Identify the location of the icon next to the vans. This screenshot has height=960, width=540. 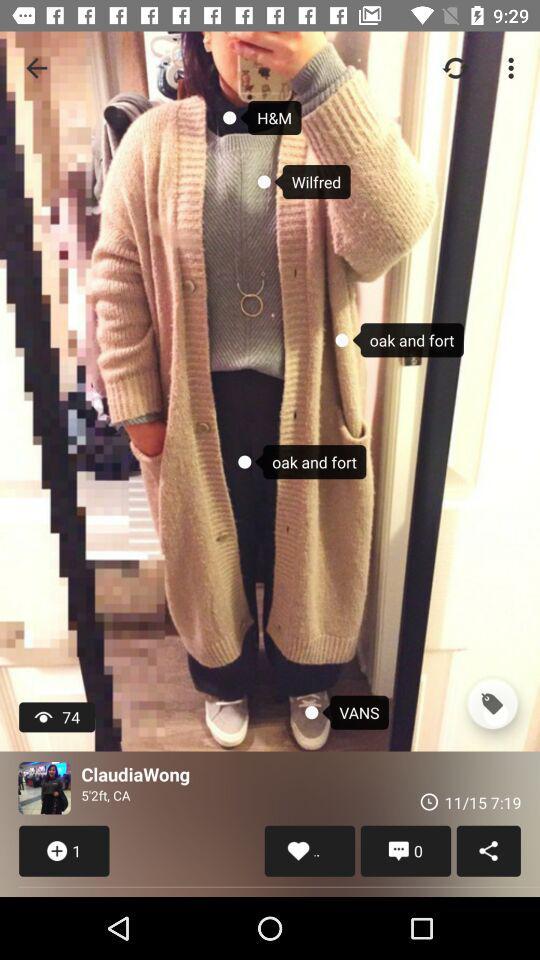
(491, 704).